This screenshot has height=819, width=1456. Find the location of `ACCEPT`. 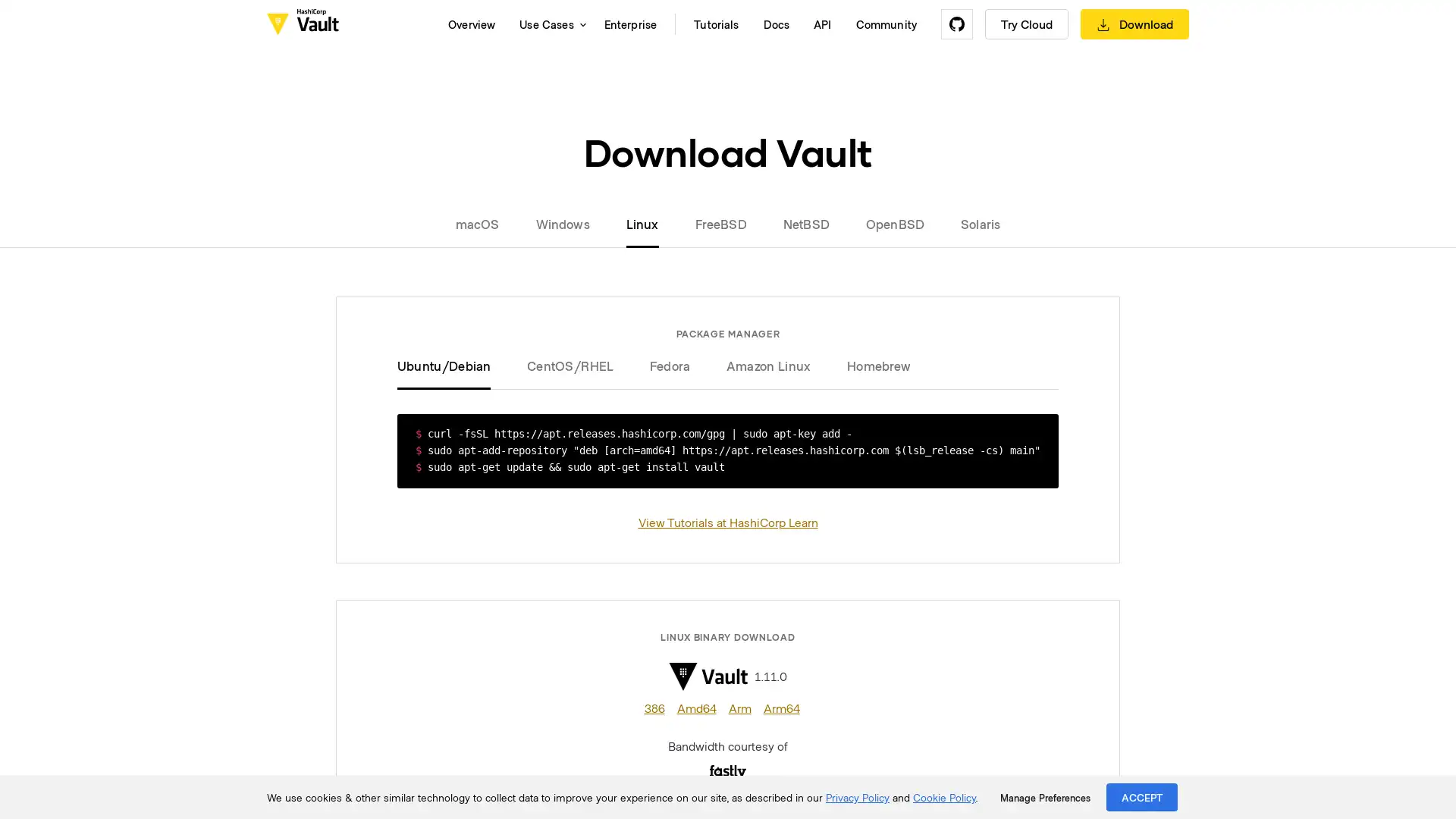

ACCEPT is located at coordinates (1142, 796).